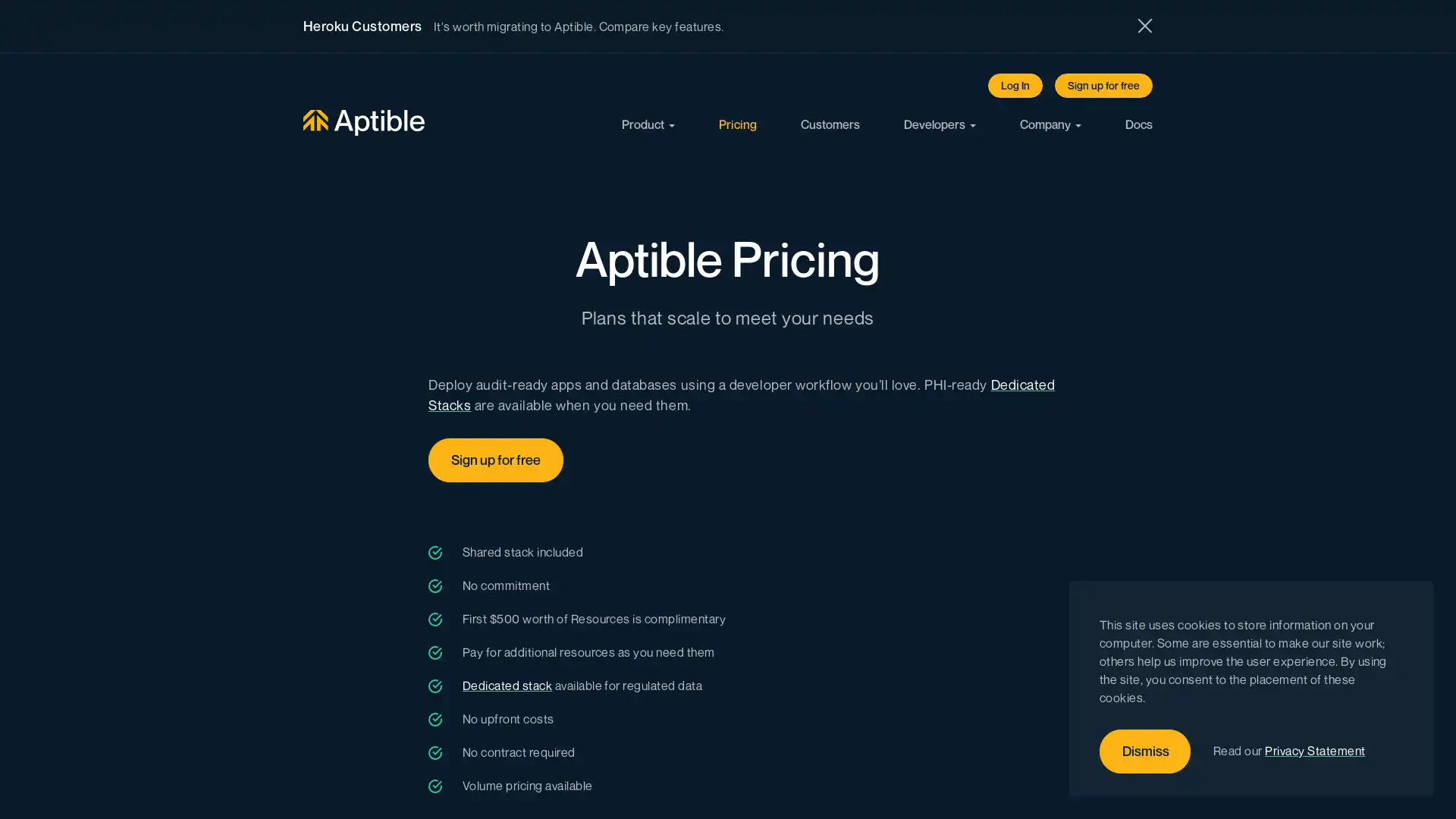 Image resolution: width=1456 pixels, height=819 pixels. I want to click on Sign up for free, so click(1103, 85).